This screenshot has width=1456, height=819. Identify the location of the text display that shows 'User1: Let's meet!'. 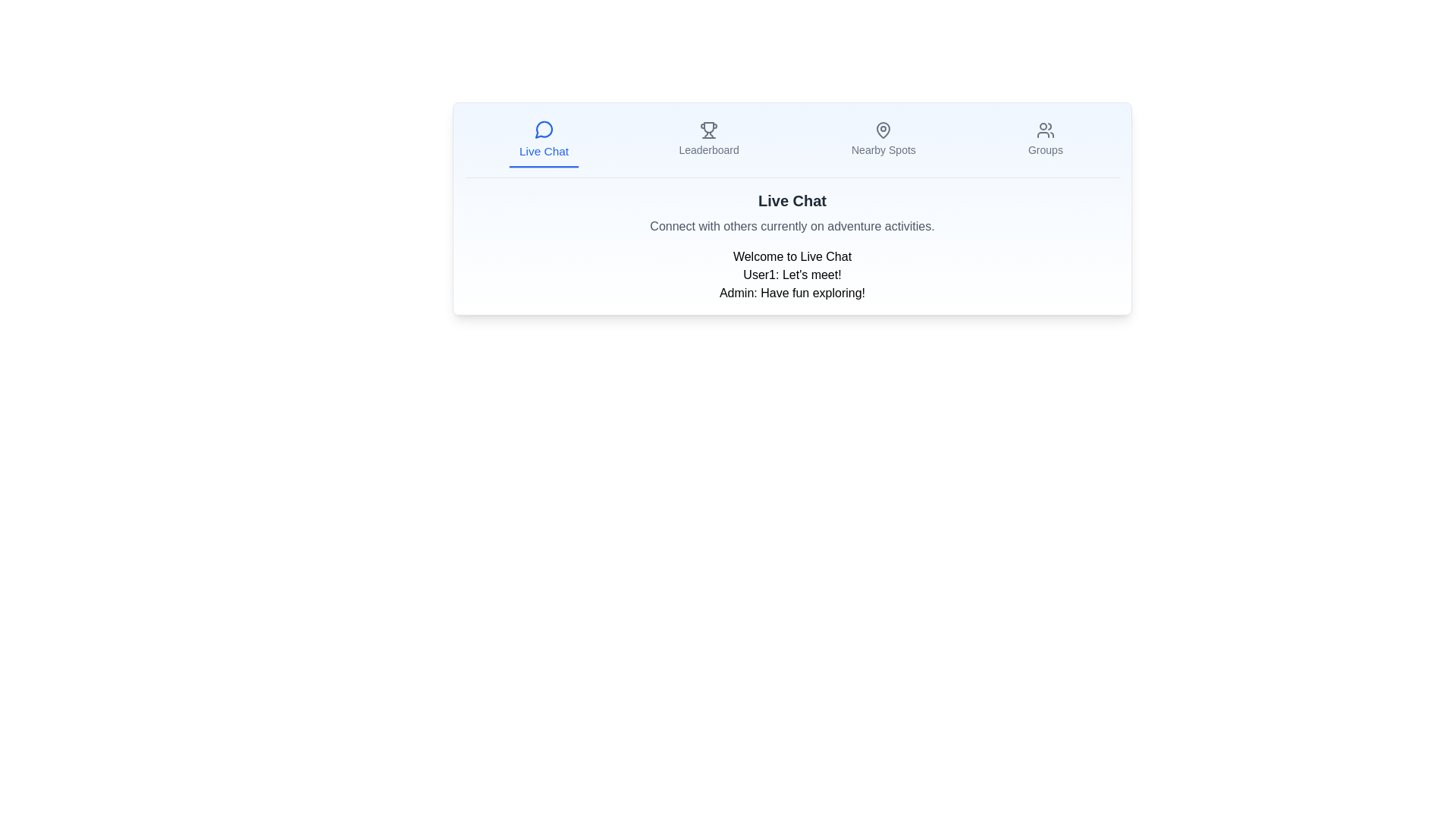
(792, 275).